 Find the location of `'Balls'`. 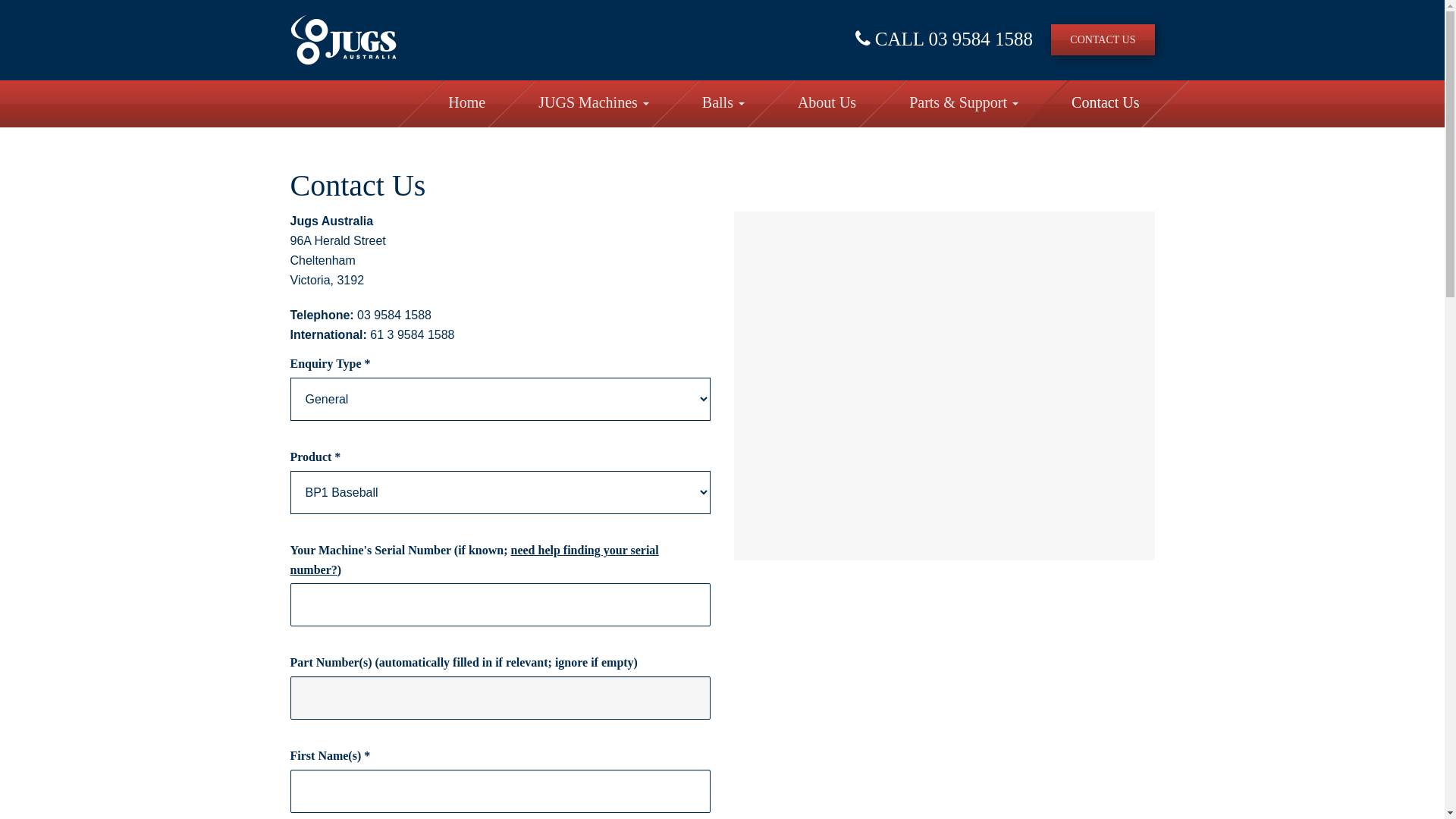

'Balls' is located at coordinates (723, 103).